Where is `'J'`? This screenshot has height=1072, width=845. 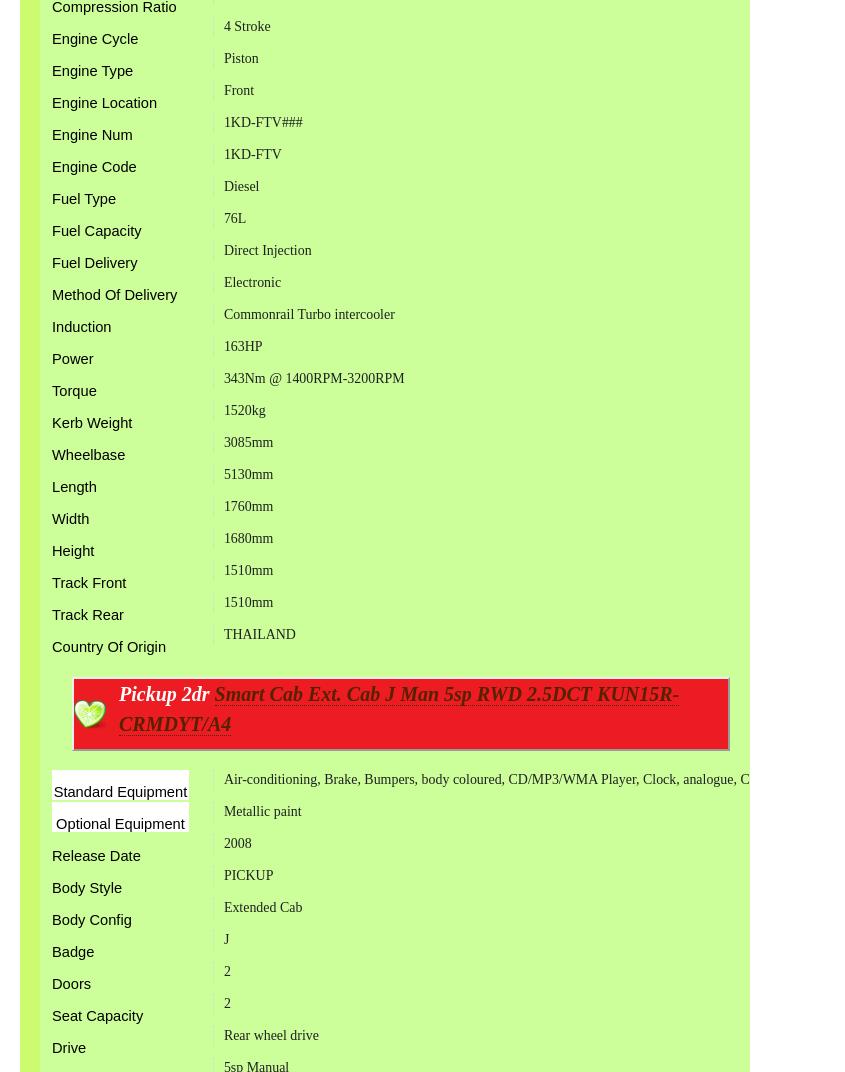
'J' is located at coordinates (221, 938).